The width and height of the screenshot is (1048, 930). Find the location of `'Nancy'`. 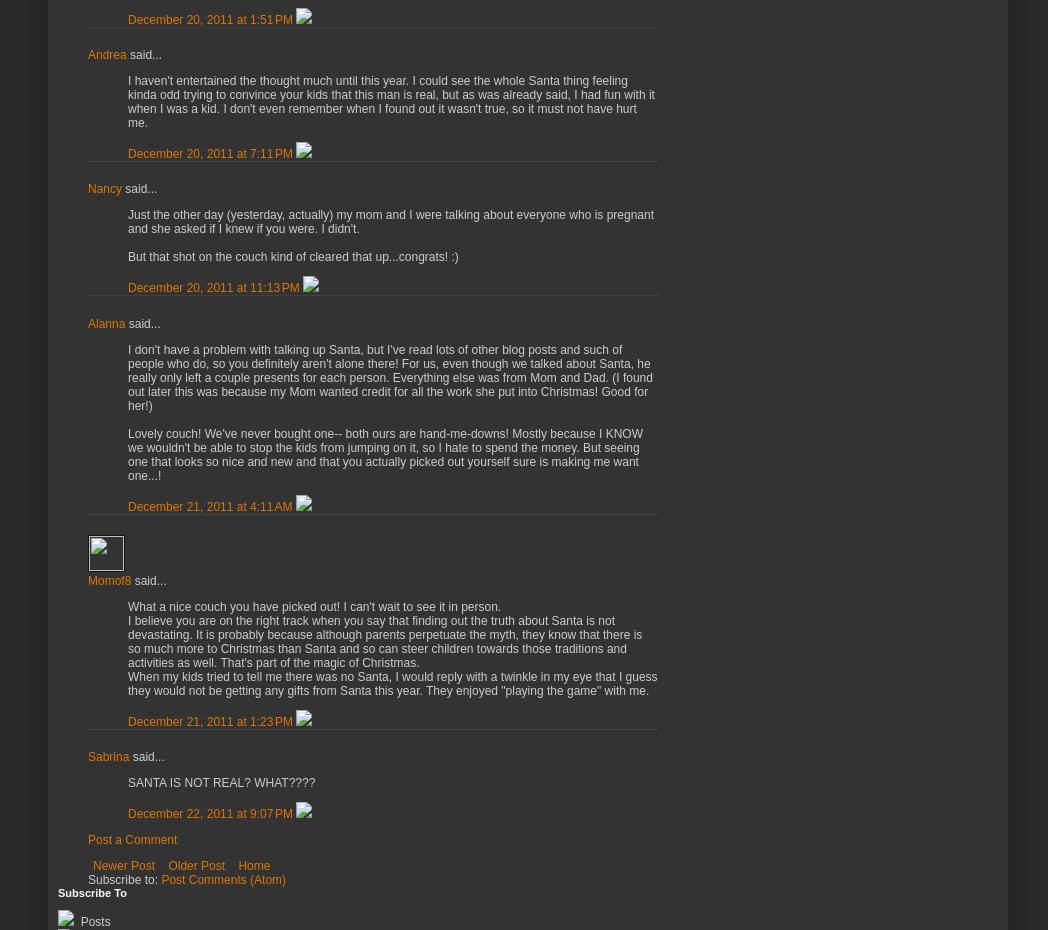

'Nancy' is located at coordinates (104, 187).